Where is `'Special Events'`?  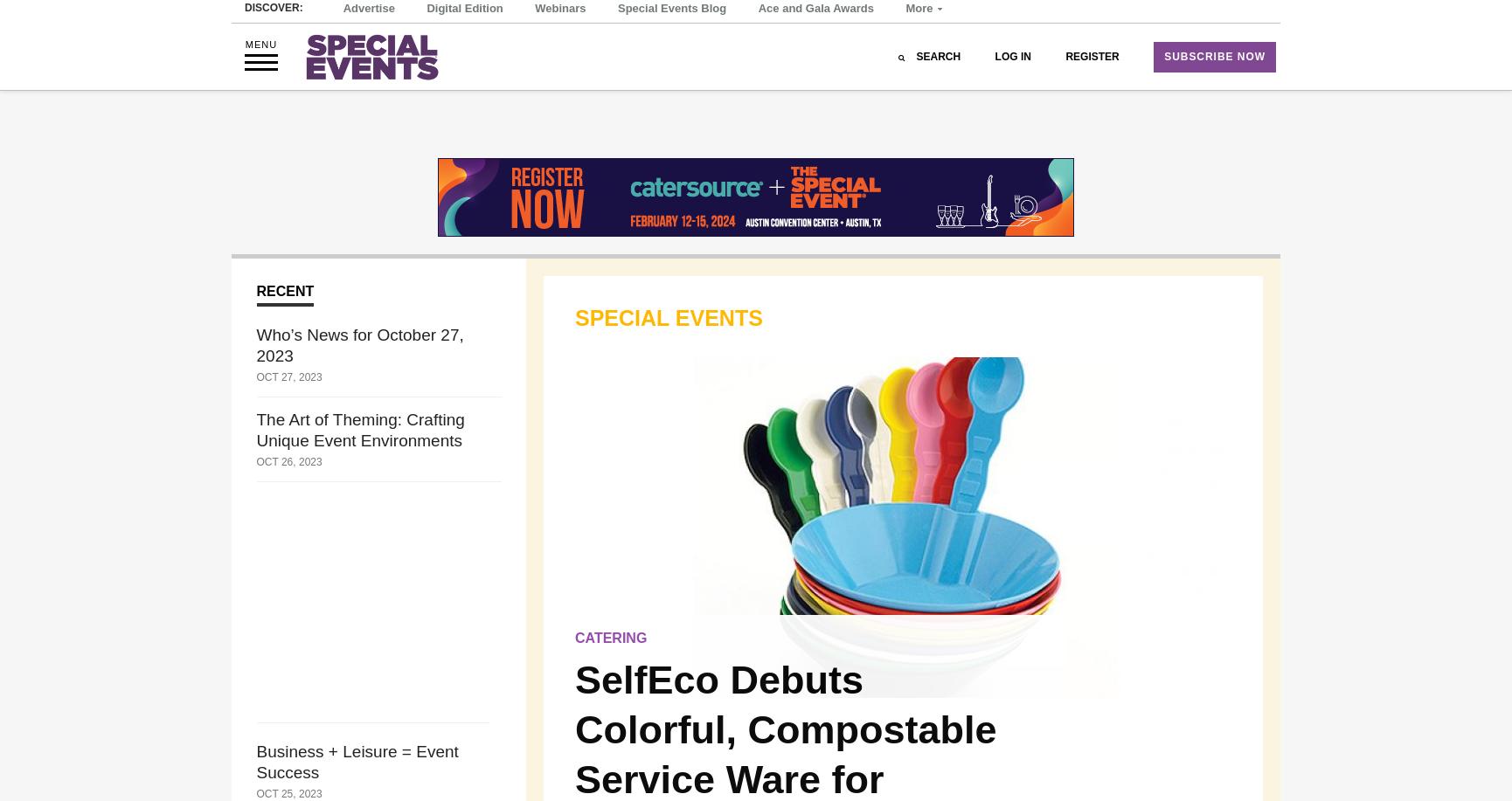 'Special Events' is located at coordinates (668, 316).